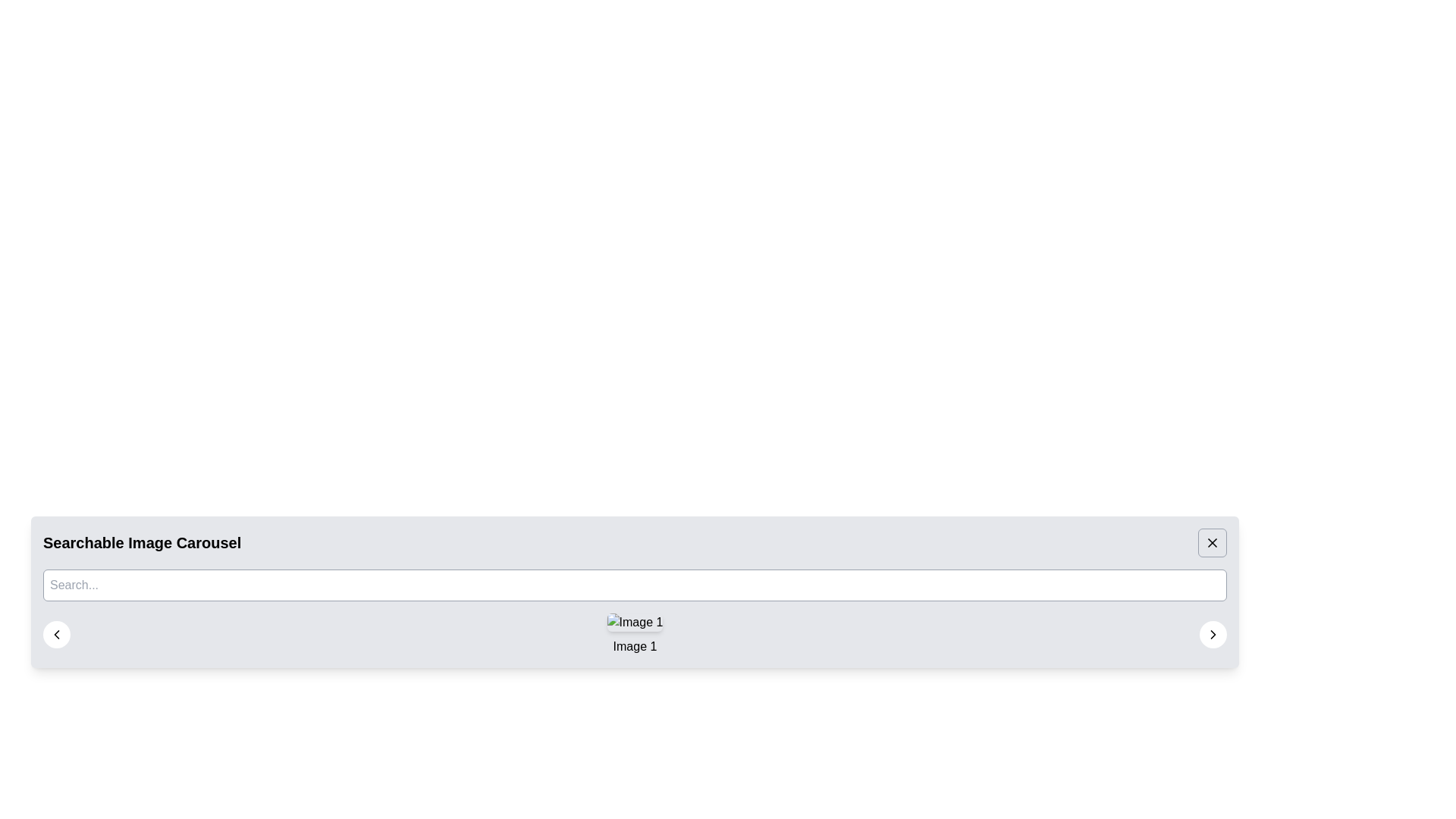 The width and height of the screenshot is (1456, 819). What do you see at coordinates (1211, 542) in the screenshot?
I see `the 'X' icon located at the top-right corner of the search bar interface` at bounding box center [1211, 542].